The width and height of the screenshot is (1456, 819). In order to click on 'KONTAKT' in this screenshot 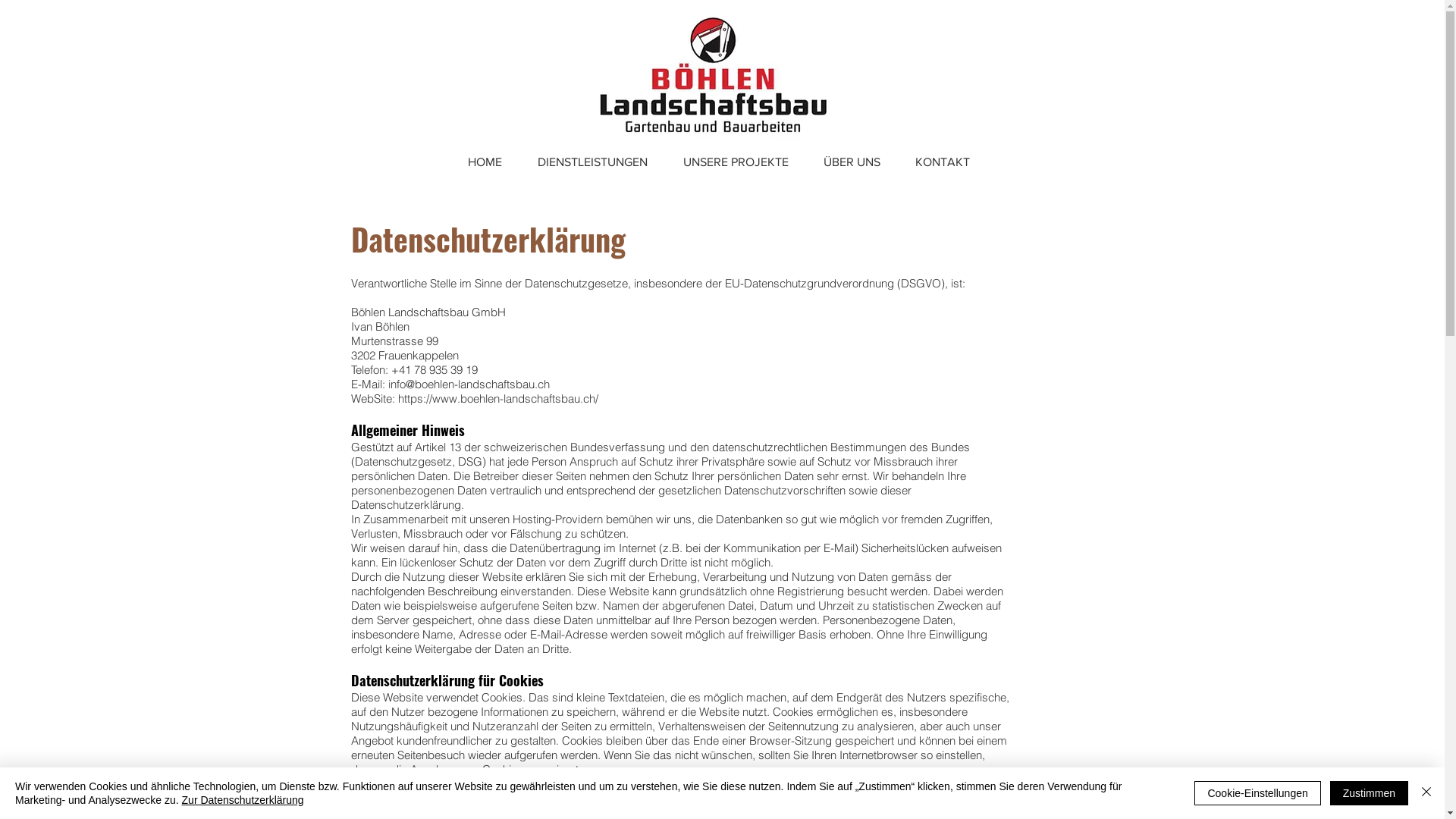, I will do `click(942, 162)`.